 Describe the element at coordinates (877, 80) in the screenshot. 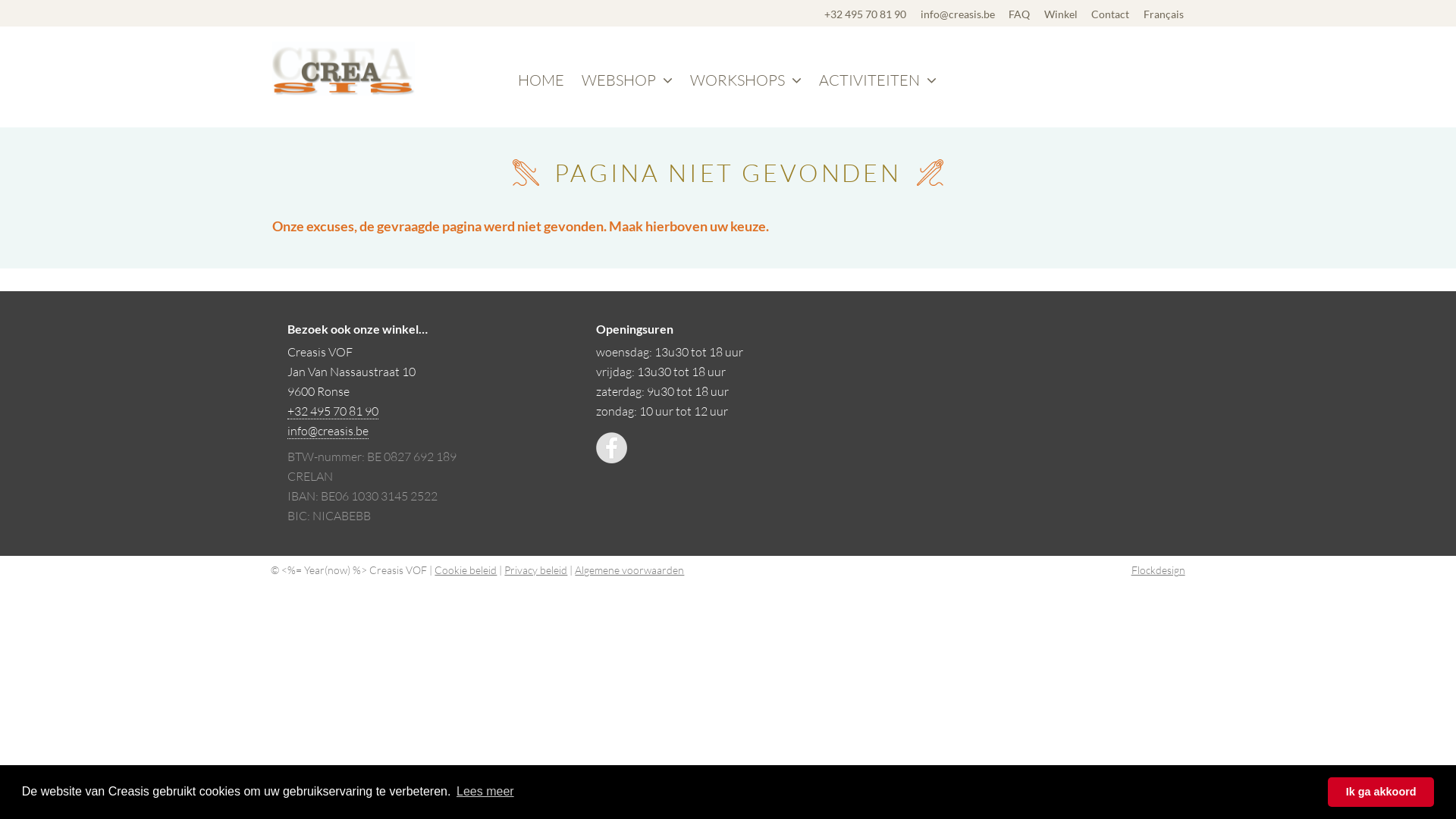

I see `'ACTIVITEITEN'` at that location.